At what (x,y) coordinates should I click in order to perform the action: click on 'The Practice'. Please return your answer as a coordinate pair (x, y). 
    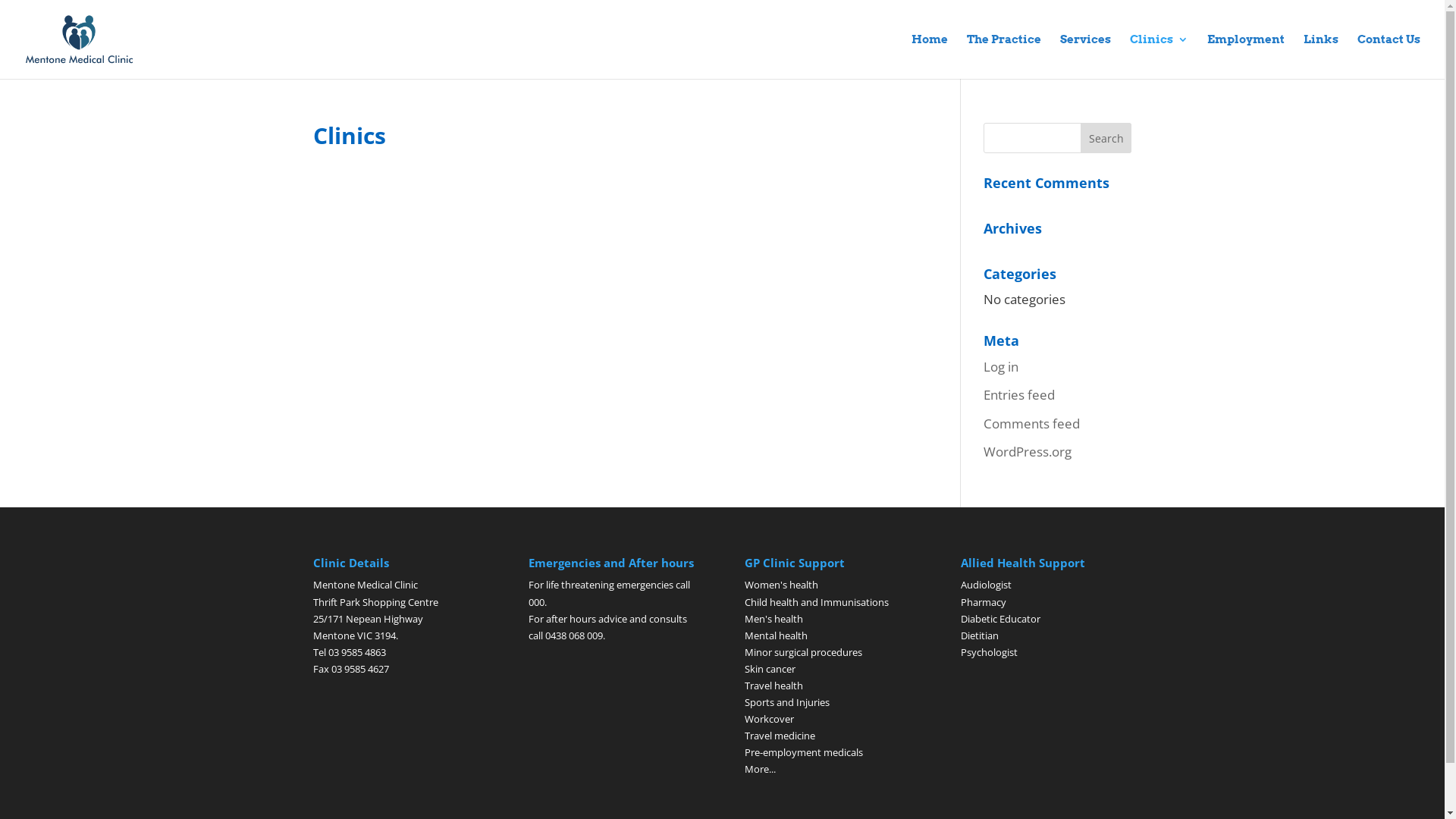
    Looking at the image, I should click on (1004, 55).